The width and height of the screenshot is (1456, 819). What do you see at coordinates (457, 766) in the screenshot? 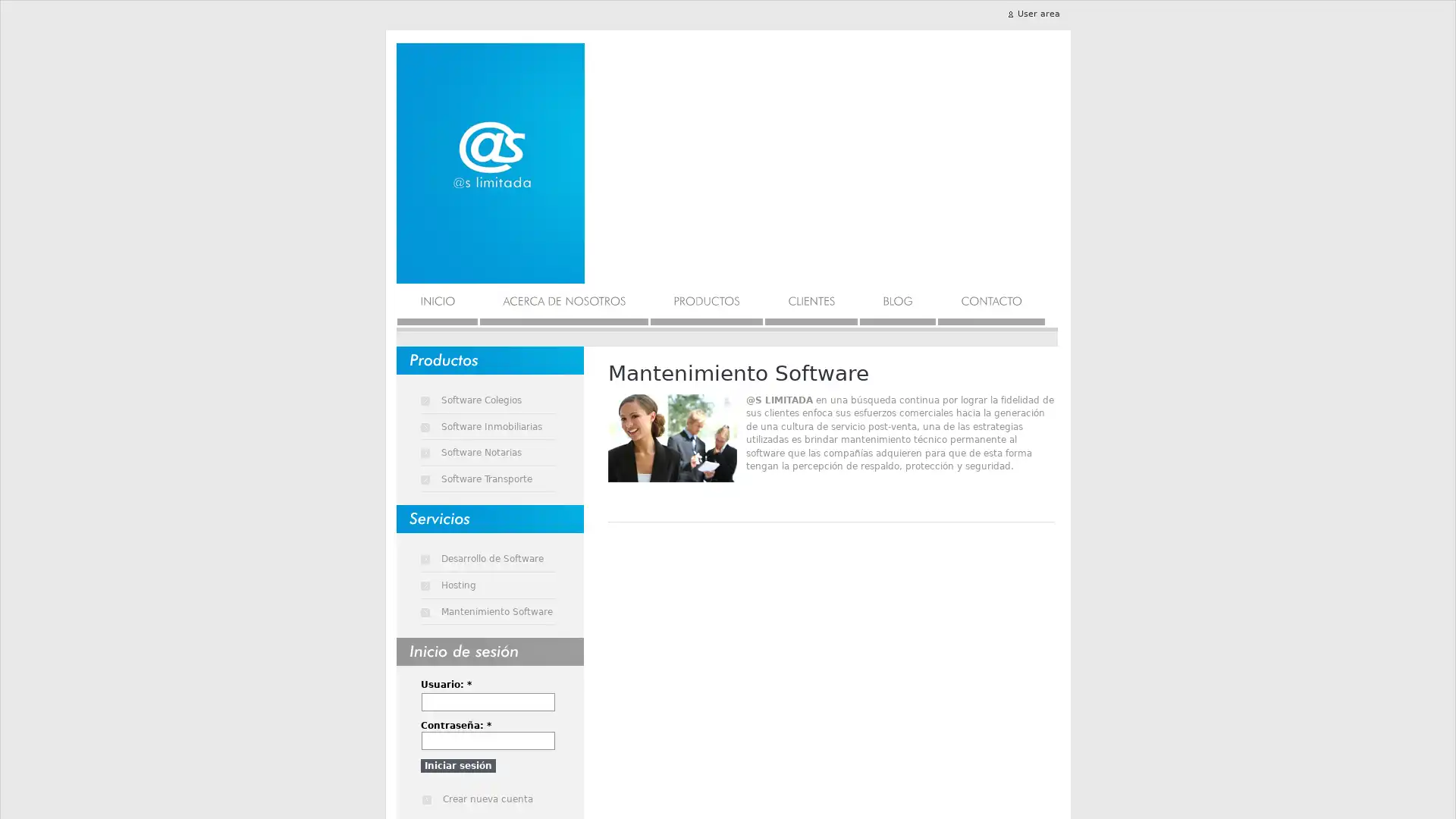
I see `Iniciar sesion` at bounding box center [457, 766].